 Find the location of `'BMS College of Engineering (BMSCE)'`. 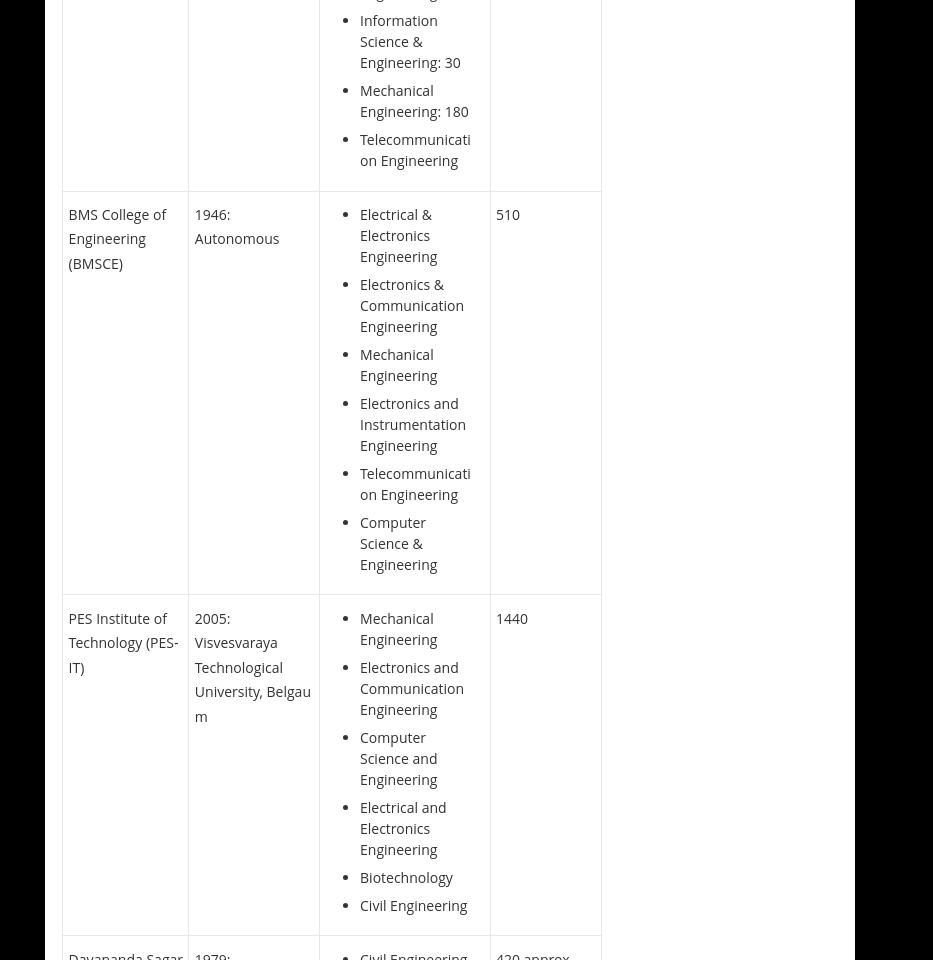

'BMS College of Engineering (BMSCE)' is located at coordinates (115, 237).